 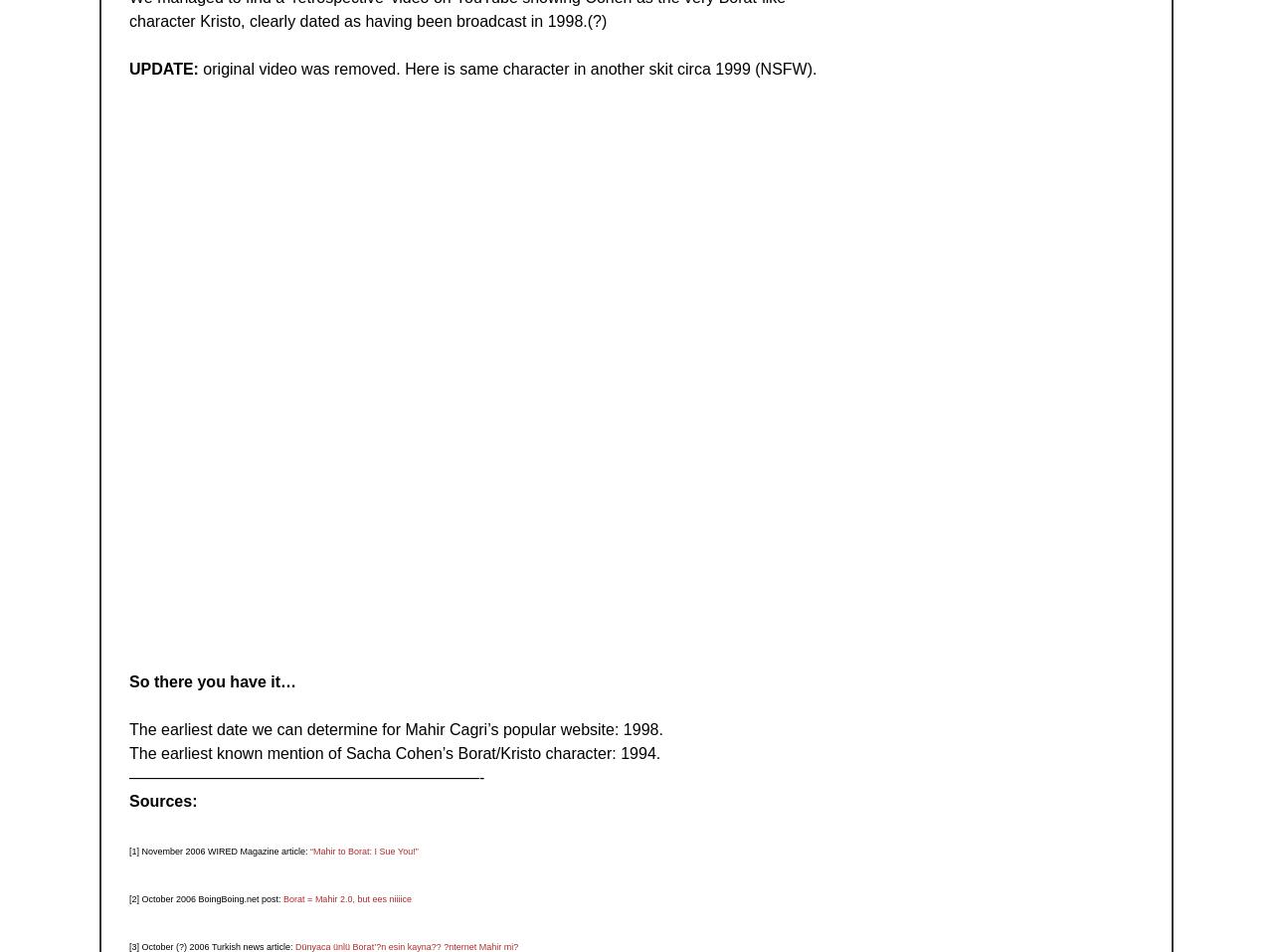 What do you see at coordinates (206, 898) in the screenshot?
I see `'[2] October 2006 BoingBoing.net post:'` at bounding box center [206, 898].